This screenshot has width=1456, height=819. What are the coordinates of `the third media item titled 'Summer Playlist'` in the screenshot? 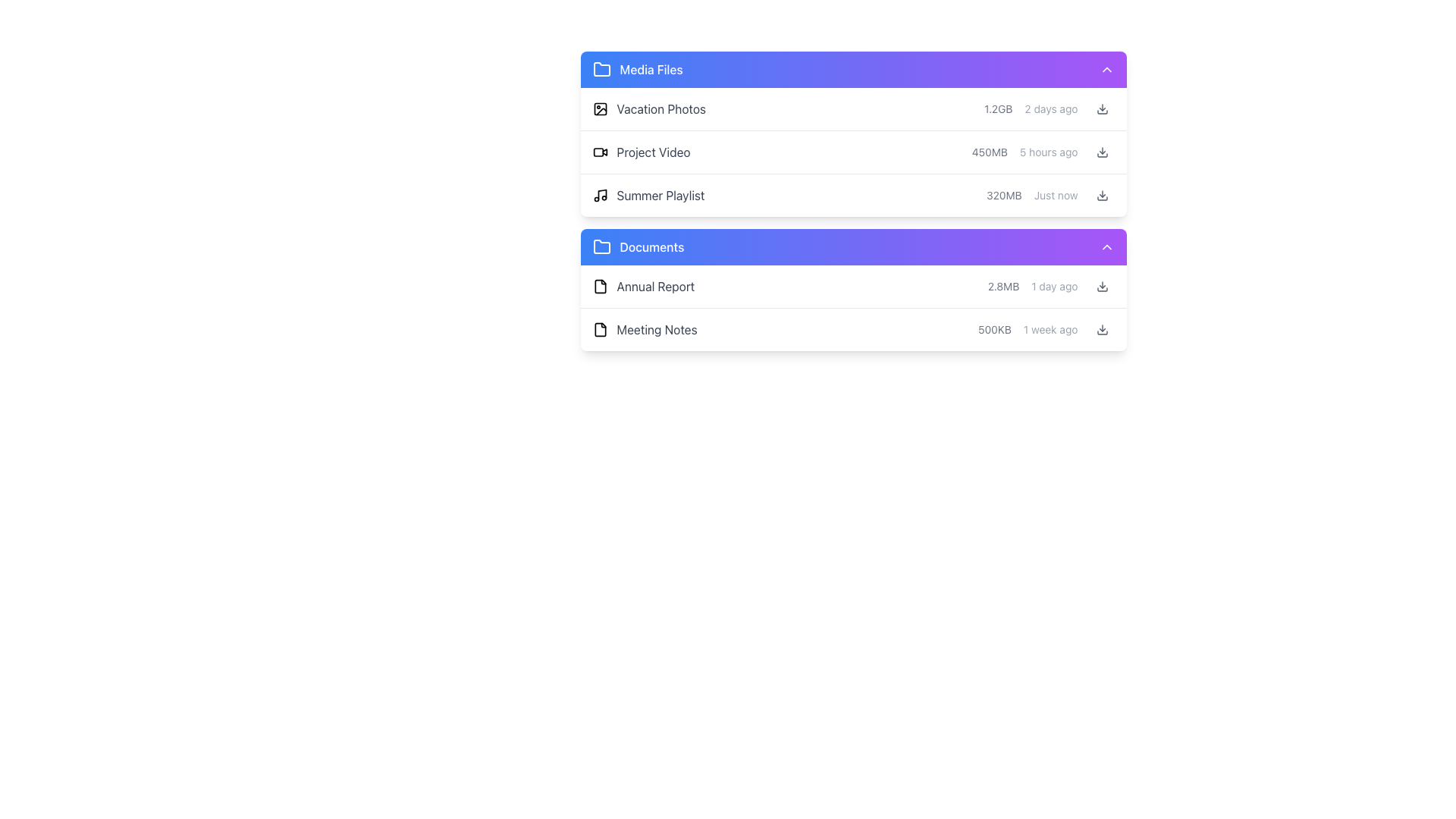 It's located at (853, 200).